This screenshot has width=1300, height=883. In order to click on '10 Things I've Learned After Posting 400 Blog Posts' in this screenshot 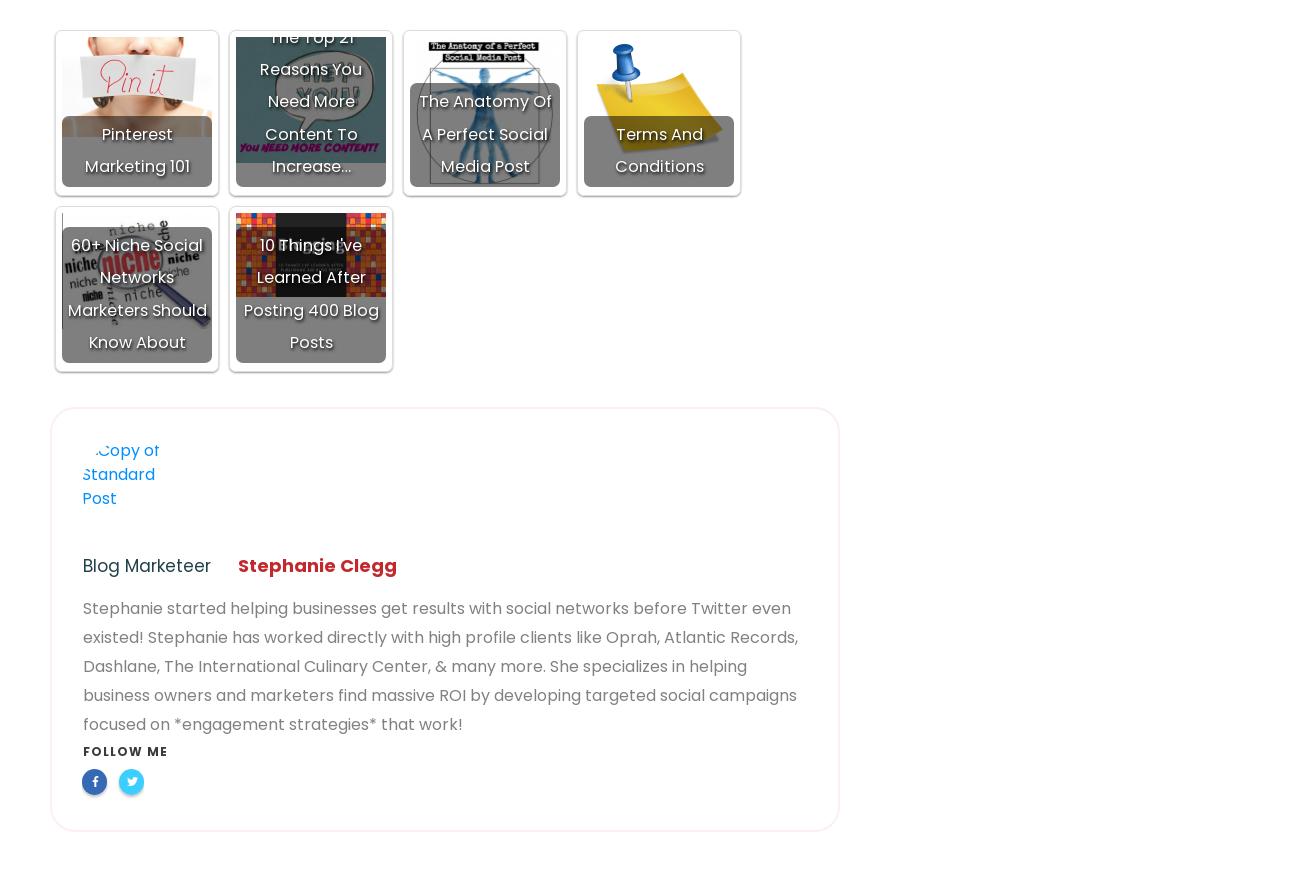, I will do `click(241, 293)`.